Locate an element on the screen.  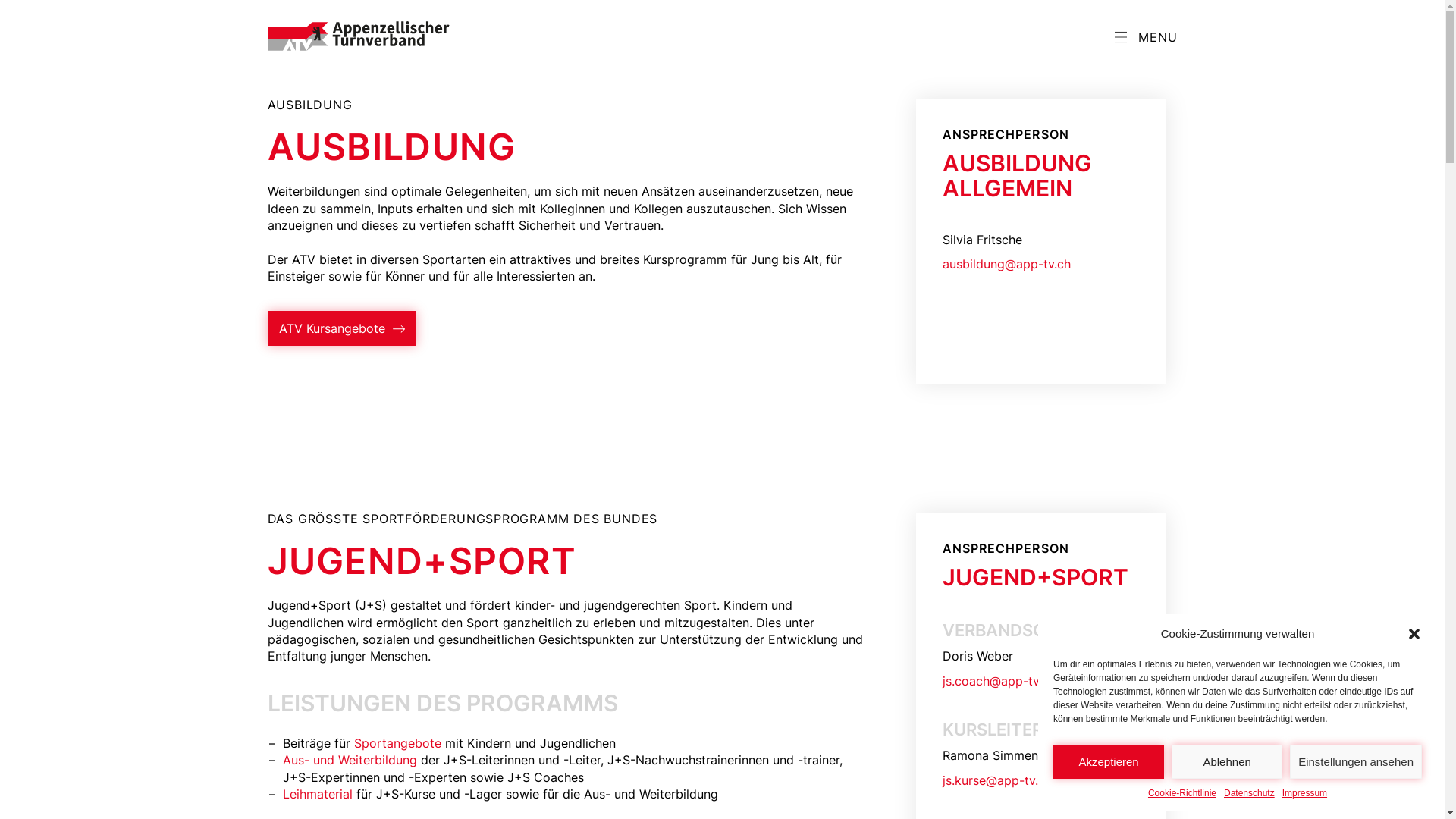
'Aus- und Weiterbildung' is located at coordinates (348, 760).